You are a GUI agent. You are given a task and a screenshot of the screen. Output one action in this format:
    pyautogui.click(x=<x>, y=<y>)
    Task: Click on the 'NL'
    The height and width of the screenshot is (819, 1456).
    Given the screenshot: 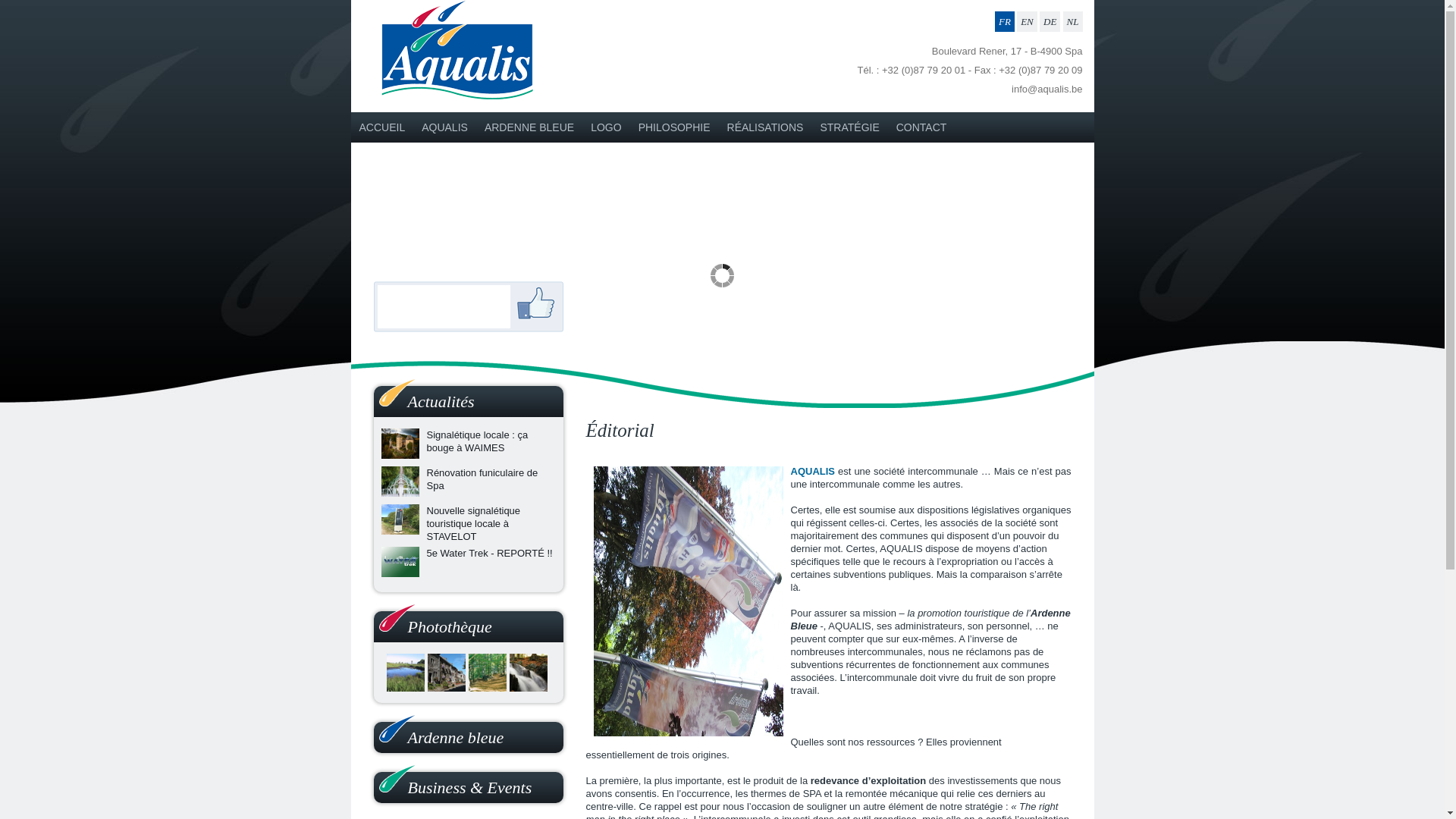 What is the action you would take?
    pyautogui.click(x=1072, y=21)
    